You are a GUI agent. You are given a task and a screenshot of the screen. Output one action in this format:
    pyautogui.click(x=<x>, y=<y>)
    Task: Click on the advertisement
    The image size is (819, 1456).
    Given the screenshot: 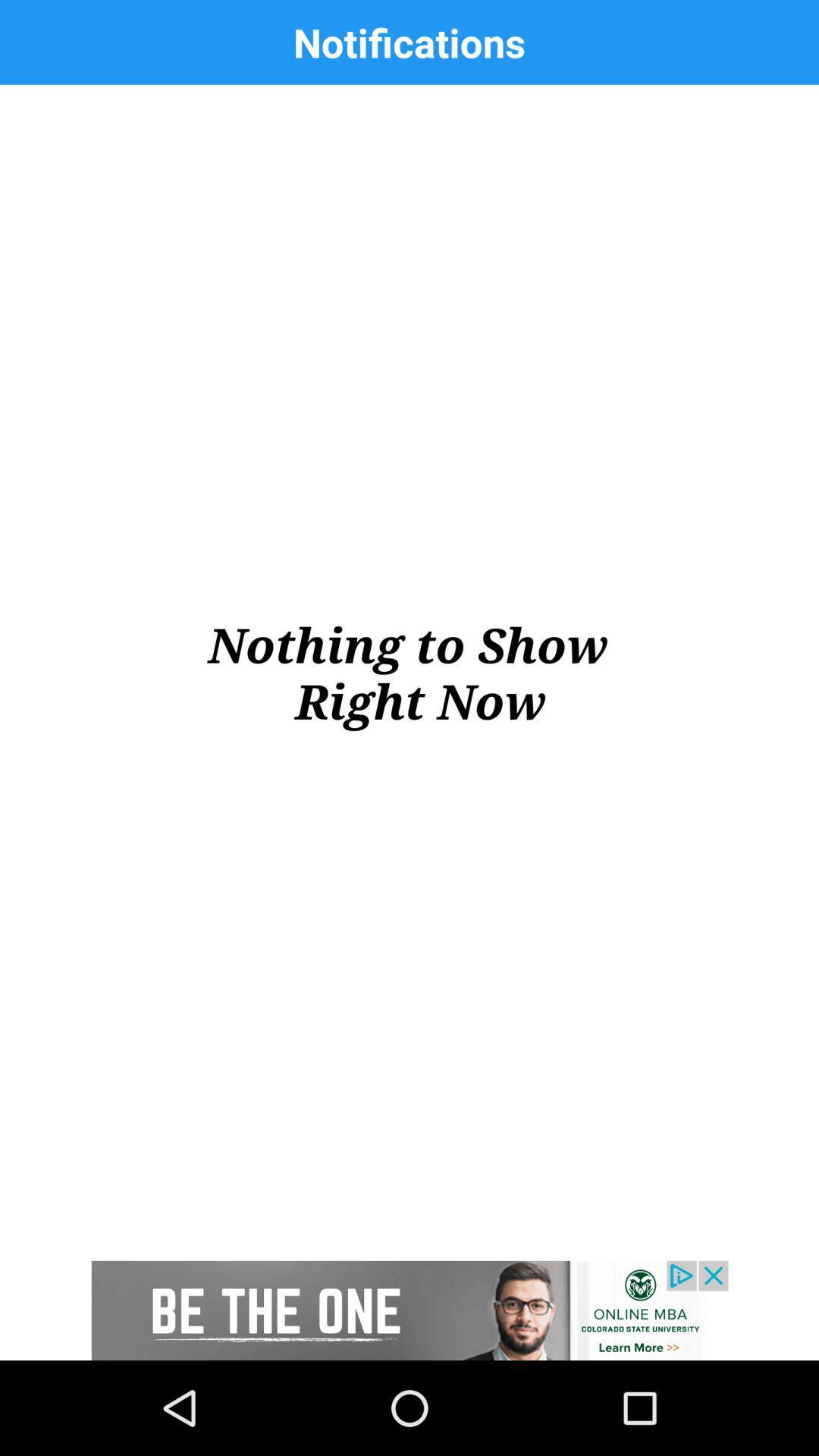 What is the action you would take?
    pyautogui.click(x=409, y=1310)
    